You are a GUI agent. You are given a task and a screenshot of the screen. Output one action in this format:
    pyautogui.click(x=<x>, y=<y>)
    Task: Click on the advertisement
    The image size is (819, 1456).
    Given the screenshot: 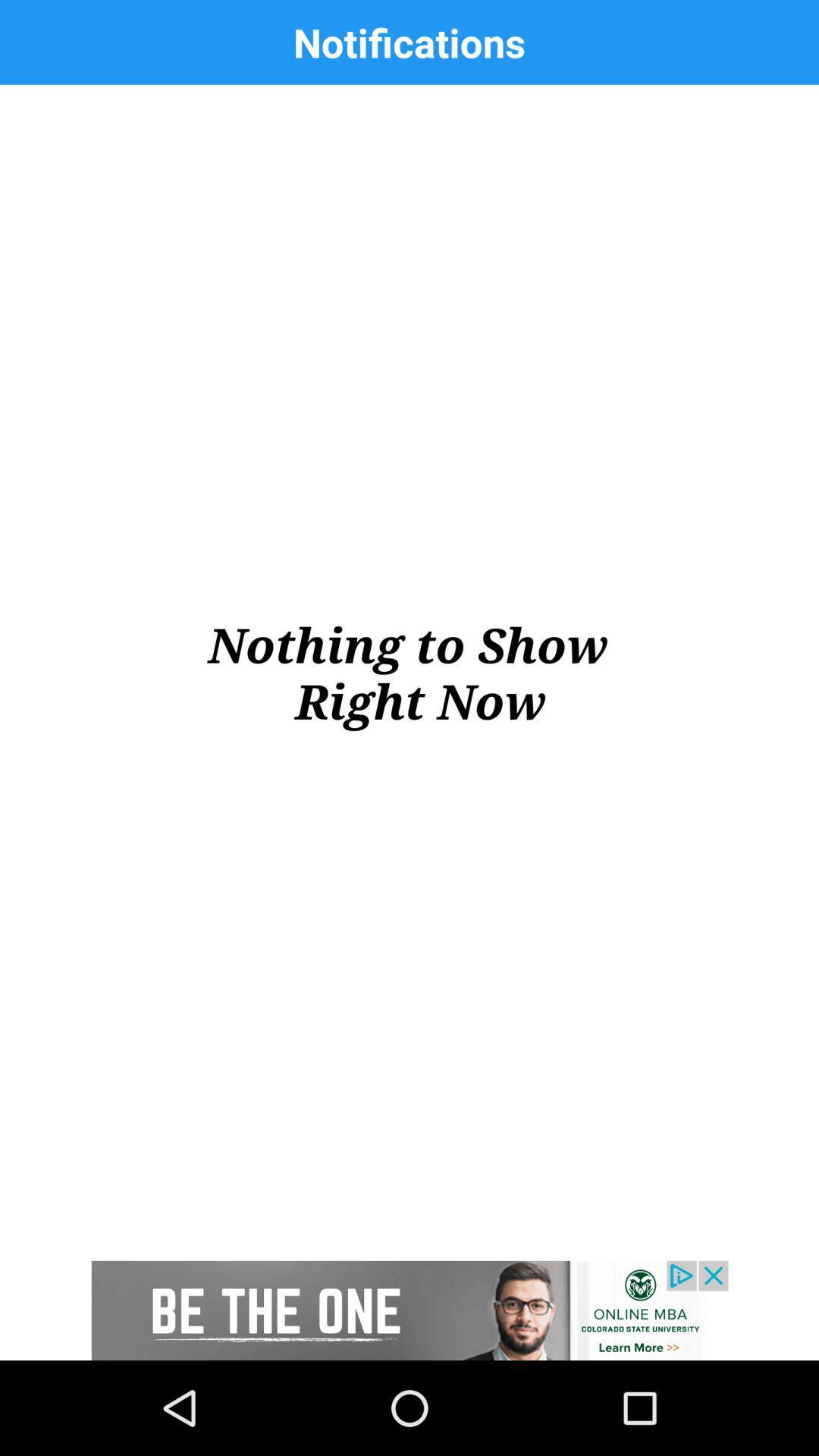 What is the action you would take?
    pyautogui.click(x=409, y=1310)
    